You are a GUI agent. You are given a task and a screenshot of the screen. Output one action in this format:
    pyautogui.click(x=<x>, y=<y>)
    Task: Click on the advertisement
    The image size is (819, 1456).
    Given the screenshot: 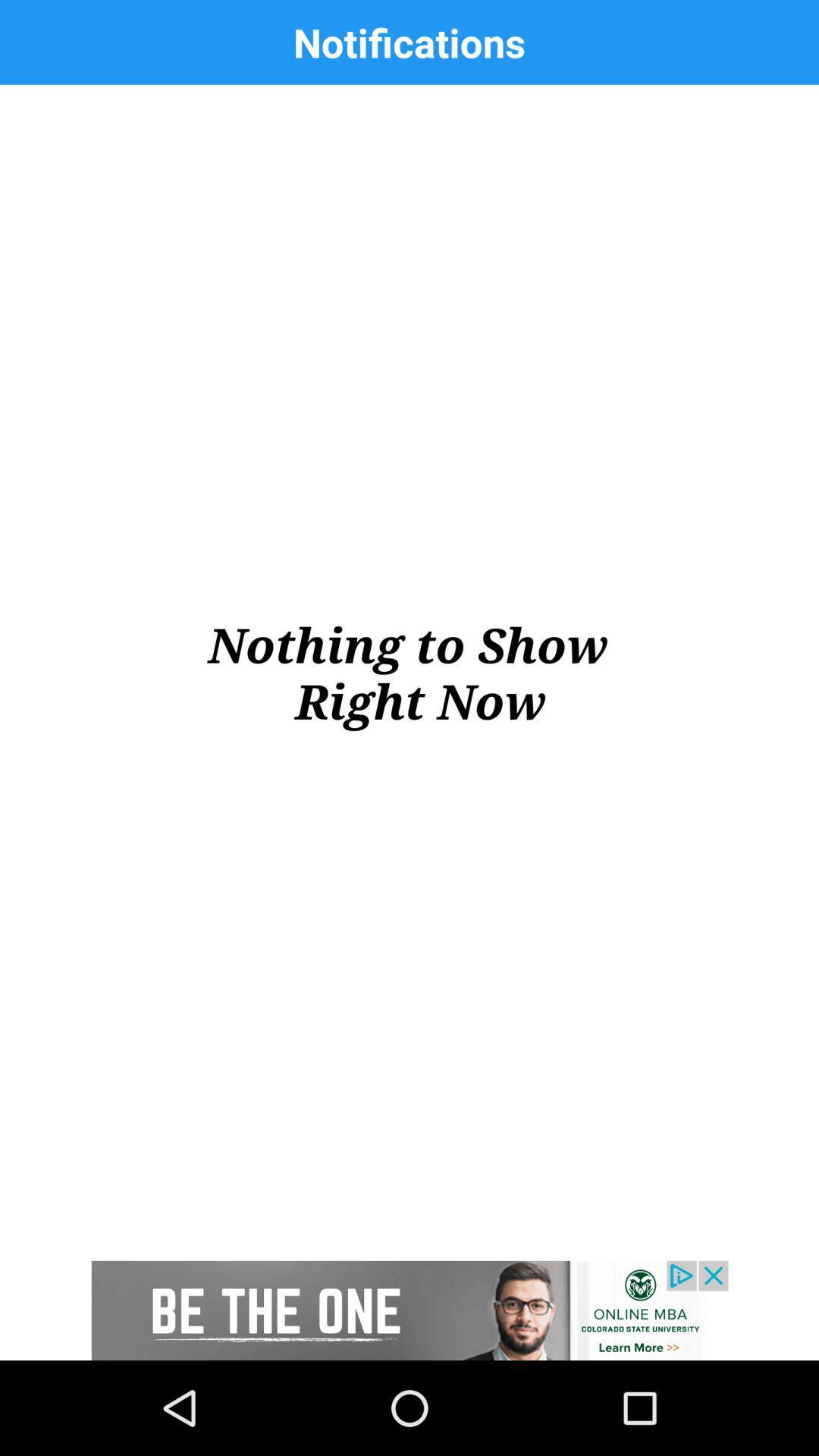 What is the action you would take?
    pyautogui.click(x=409, y=1310)
    